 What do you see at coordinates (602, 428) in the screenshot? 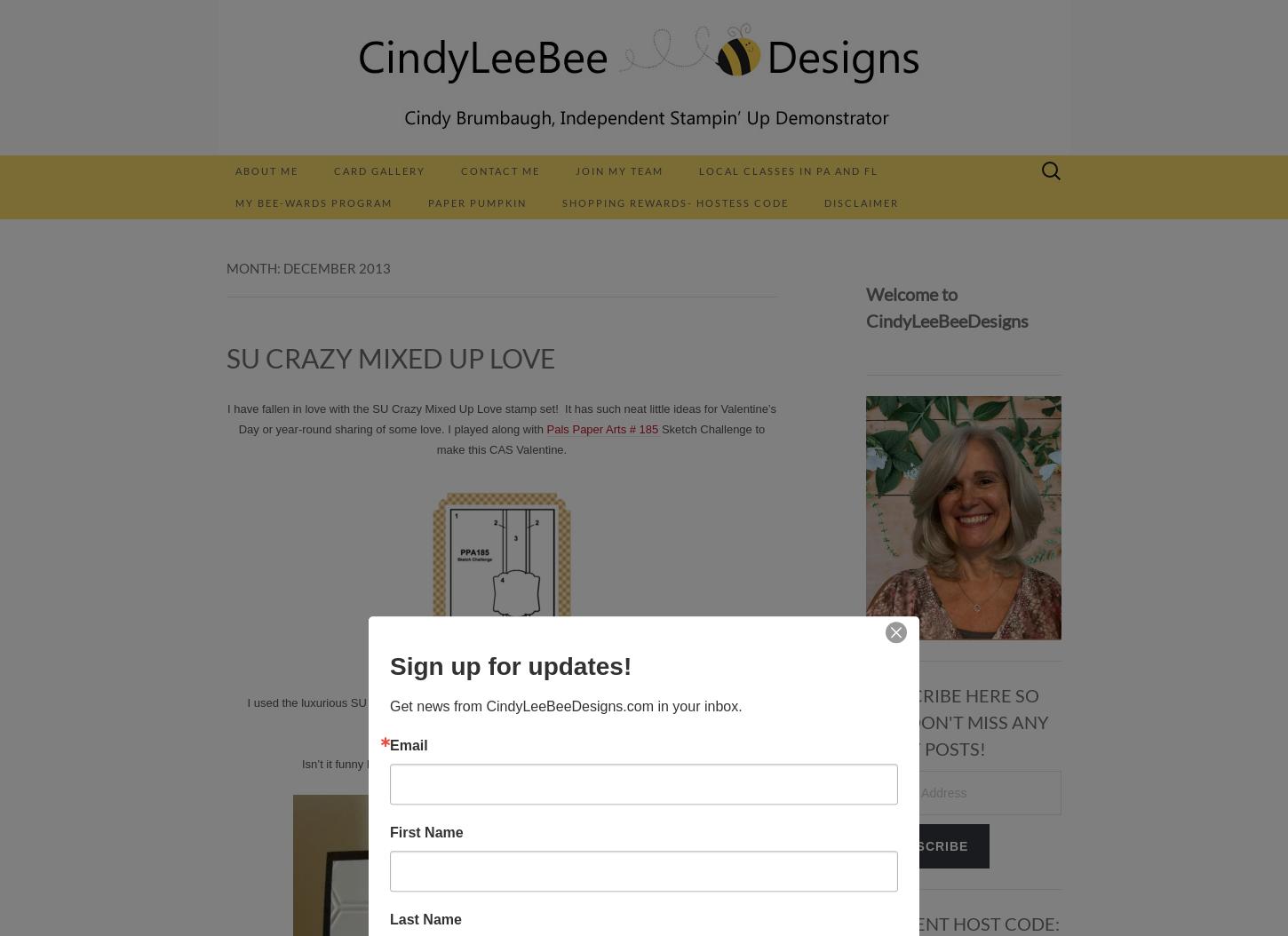
I see `'Pals Paper Arts # 185'` at bounding box center [602, 428].